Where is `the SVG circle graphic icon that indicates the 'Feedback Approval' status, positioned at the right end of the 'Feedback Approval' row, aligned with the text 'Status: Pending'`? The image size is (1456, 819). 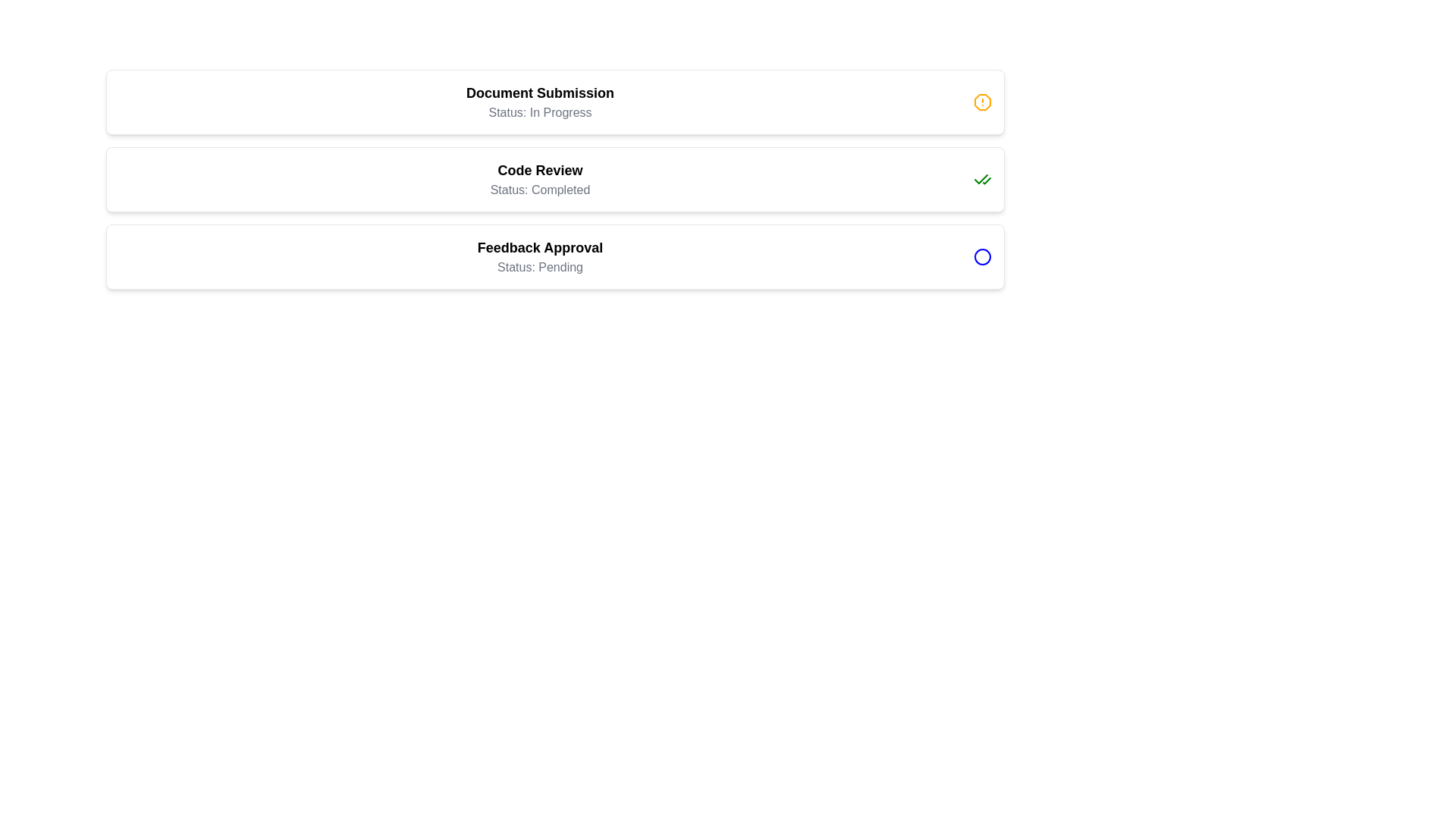 the SVG circle graphic icon that indicates the 'Feedback Approval' status, positioned at the right end of the 'Feedback Approval' row, aligned with the text 'Status: Pending' is located at coordinates (983, 256).